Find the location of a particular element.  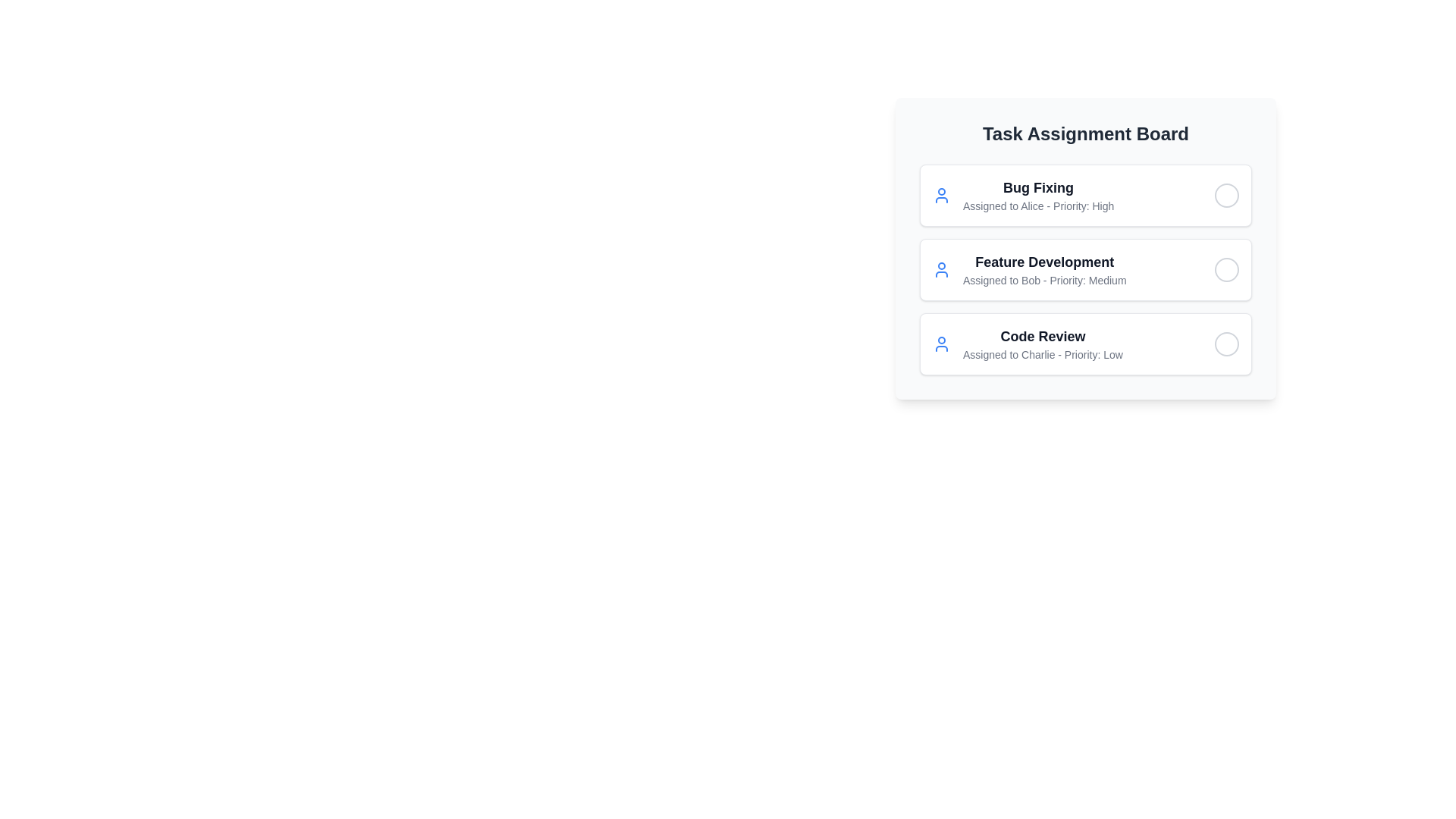

the informational text line displaying 'Assigned to Bob - Priority: Medium', which is located below the bold title 'Feature Development' and is the second text line in the task list is located at coordinates (1043, 281).